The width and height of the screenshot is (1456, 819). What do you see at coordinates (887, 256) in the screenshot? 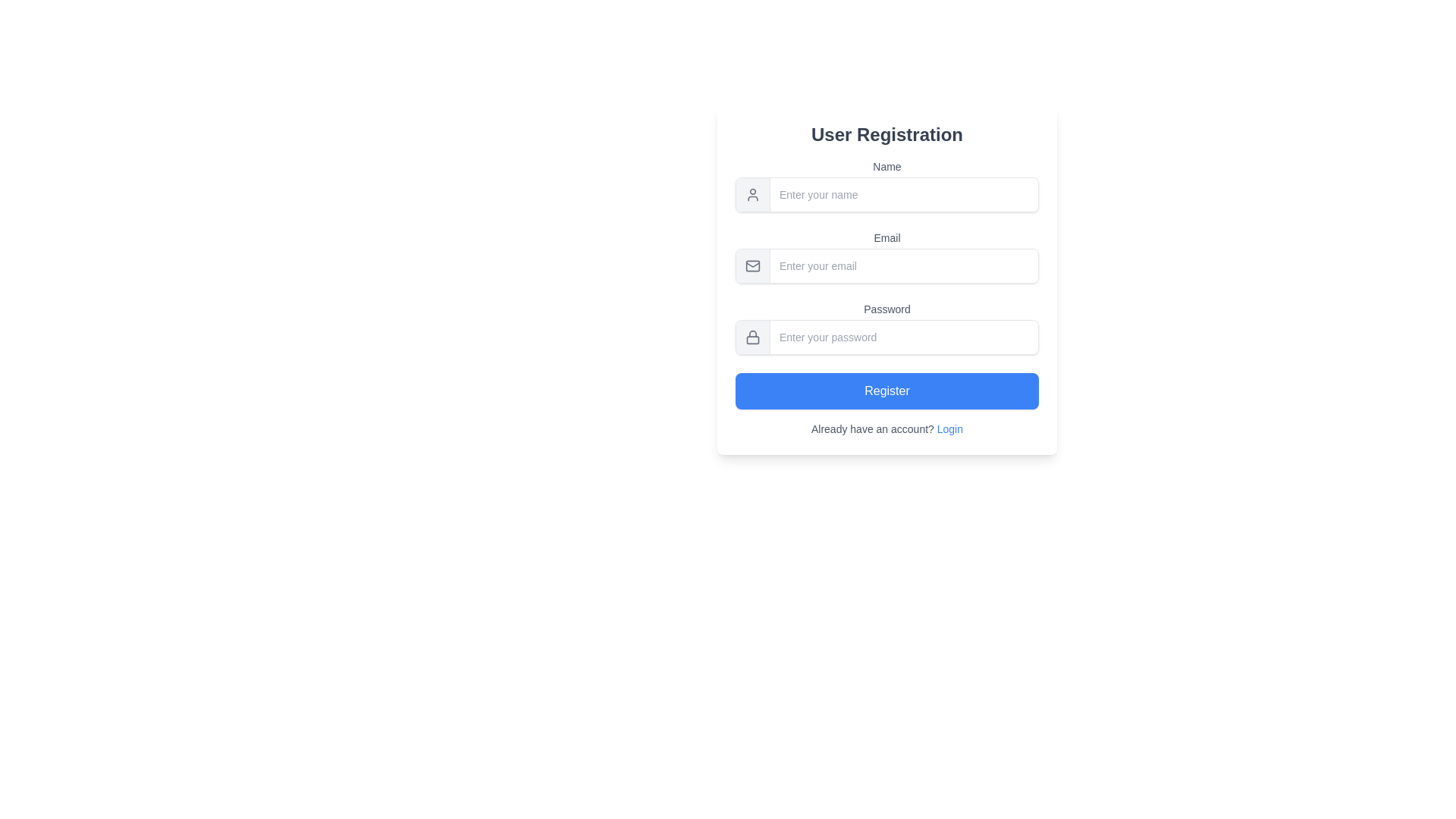
I see `the email input field located below the 'Name' input field and above the 'Password' input field to focus on it` at bounding box center [887, 256].